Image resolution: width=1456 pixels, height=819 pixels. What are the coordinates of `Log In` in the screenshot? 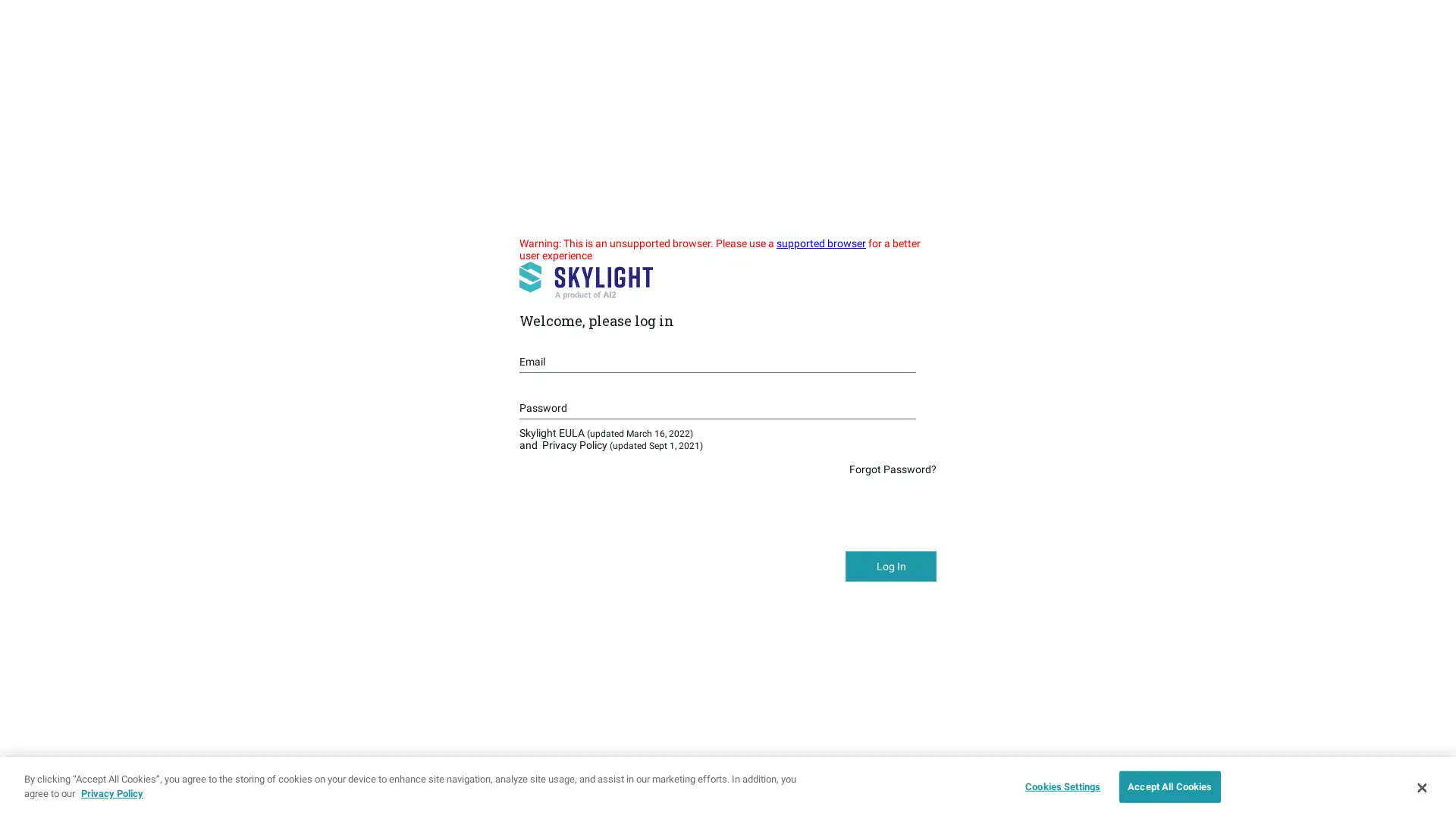 It's located at (891, 566).